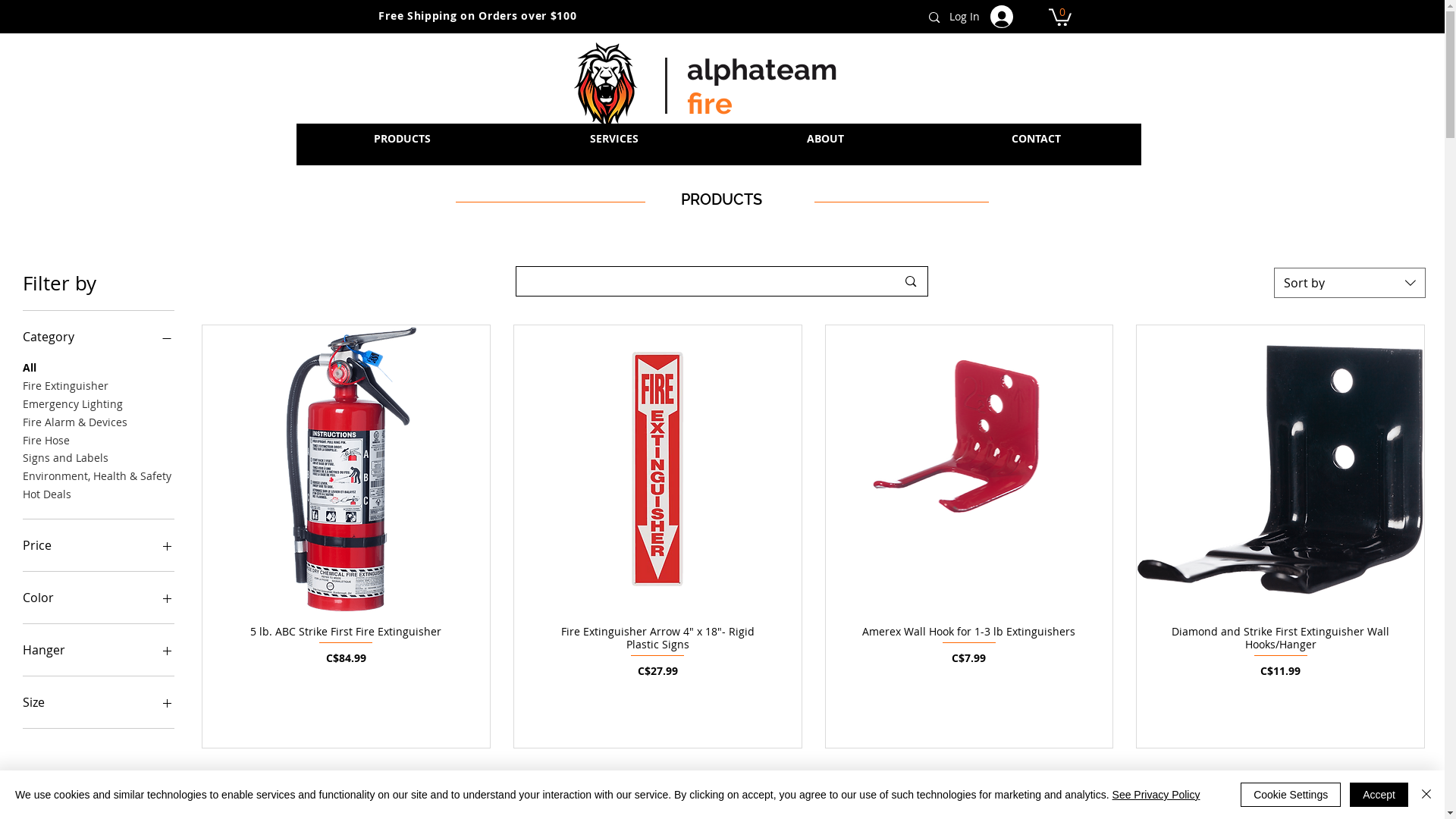  Describe the element at coordinates (401, 138) in the screenshot. I see `'PRODUCTS'` at that location.